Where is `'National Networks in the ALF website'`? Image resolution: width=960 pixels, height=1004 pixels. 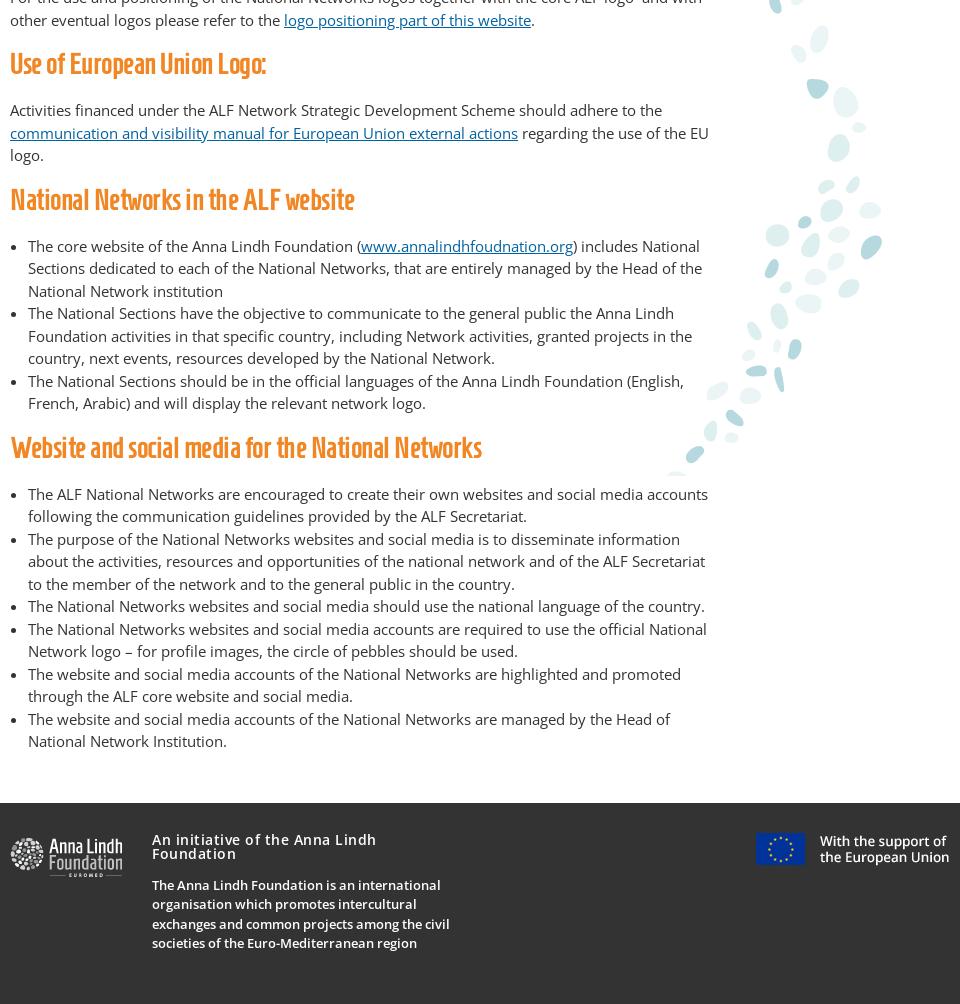
'National Networks in the ALF website' is located at coordinates (182, 198).